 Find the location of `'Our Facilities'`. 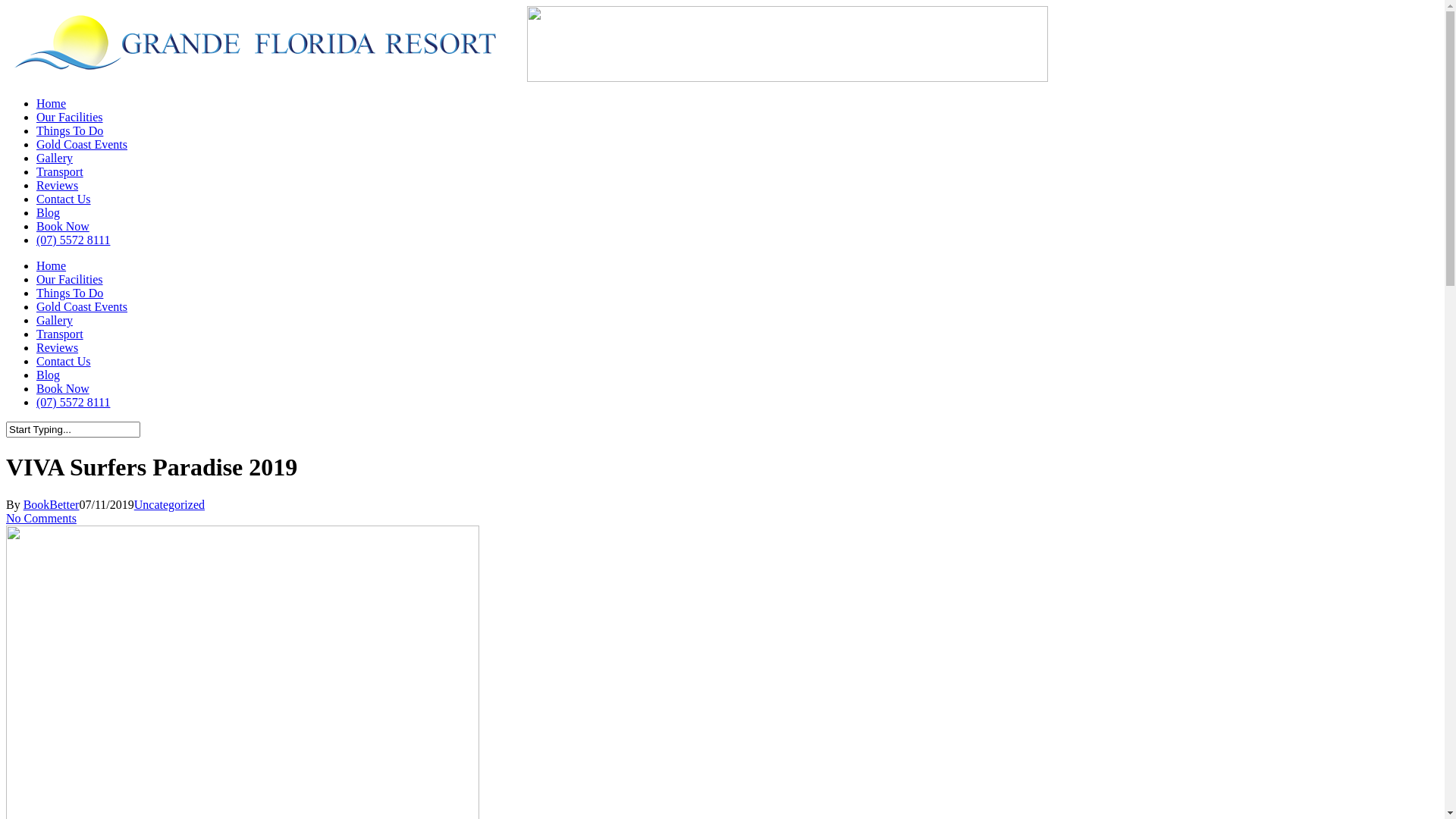

'Our Facilities' is located at coordinates (68, 279).